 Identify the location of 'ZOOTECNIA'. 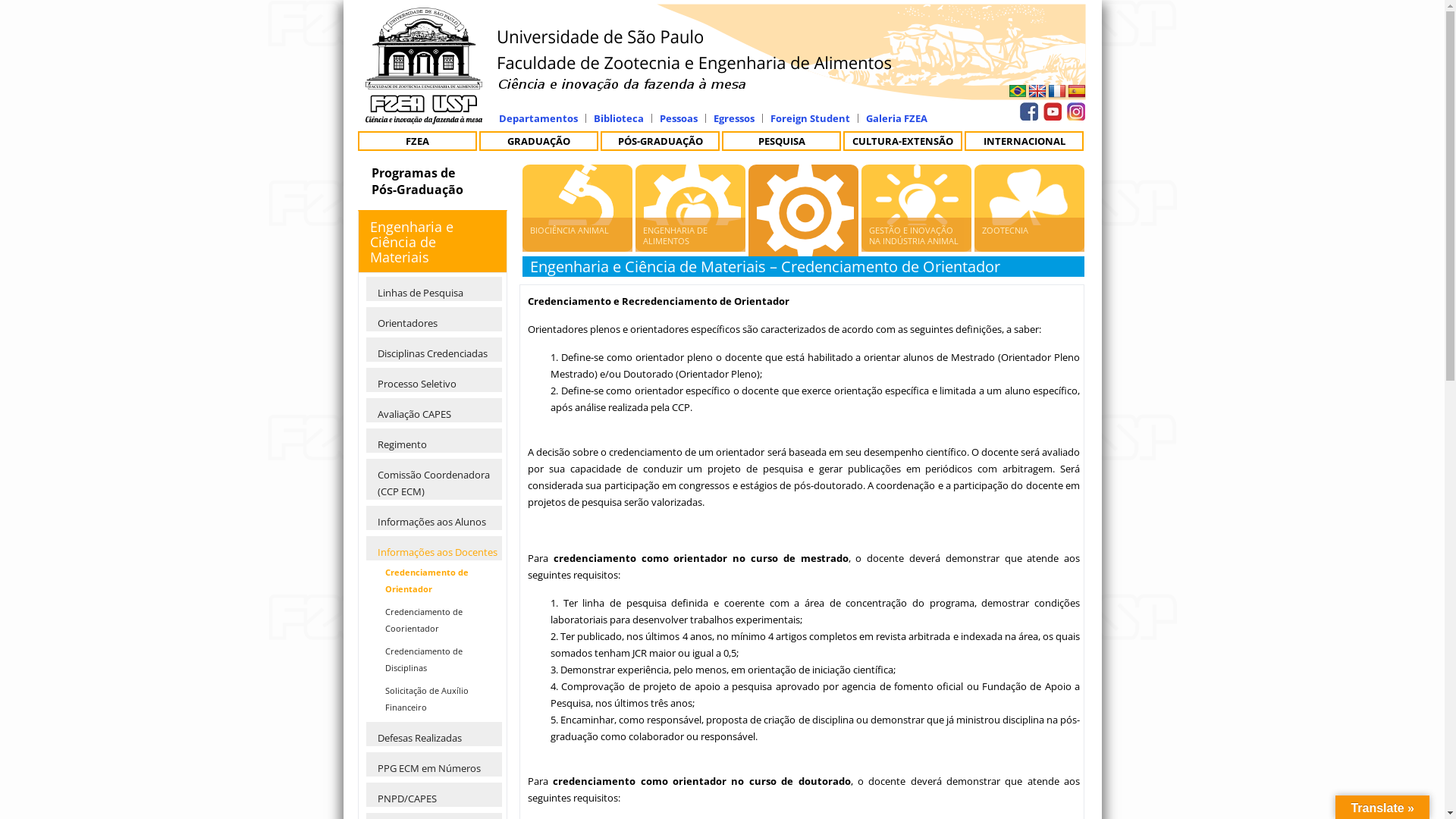
(1029, 234).